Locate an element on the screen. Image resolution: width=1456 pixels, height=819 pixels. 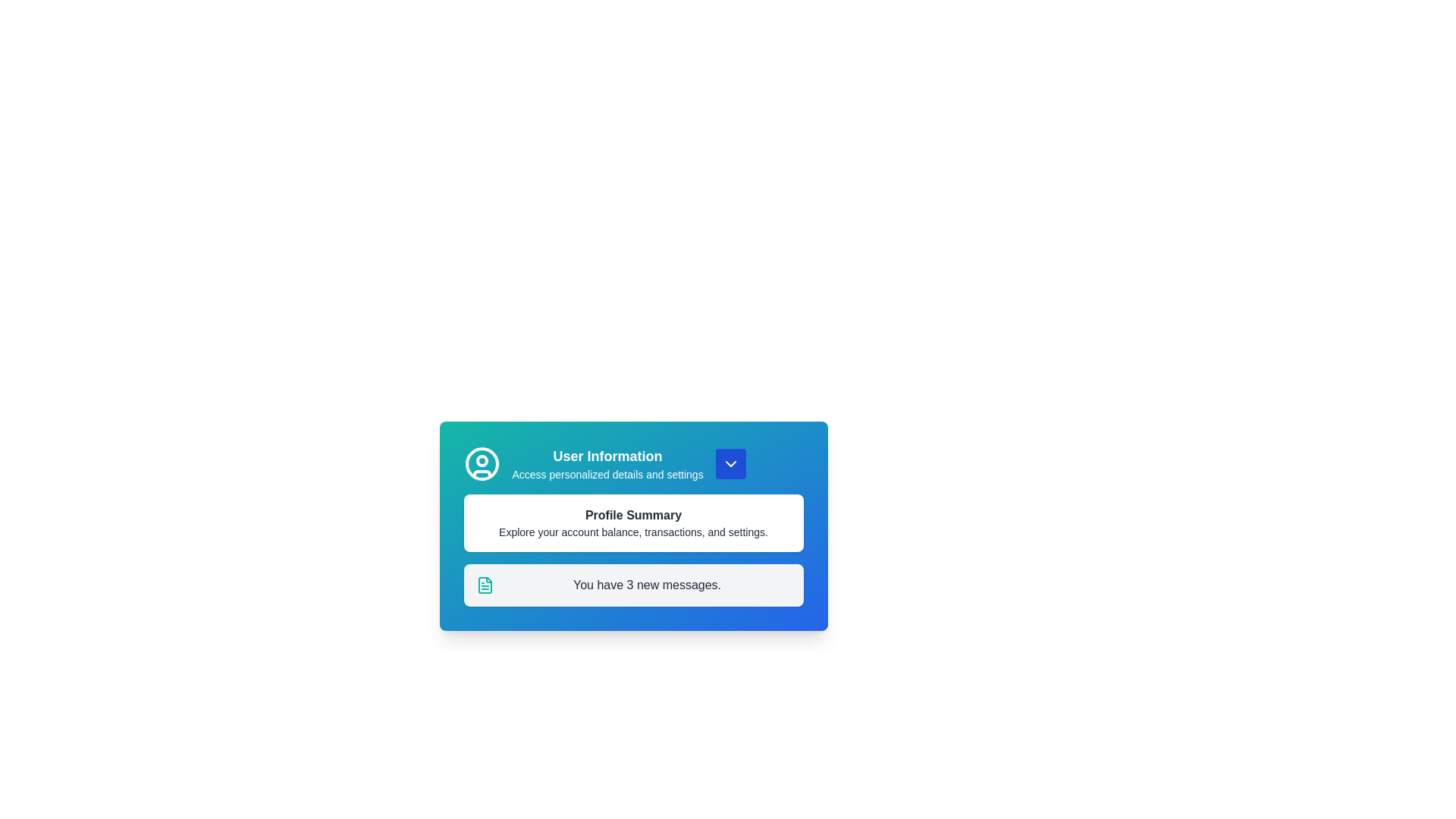
the static text element that presents supplementary information, styled with a small gray font, located below the 'Profile Summary' header within a card structure is located at coordinates (633, 532).